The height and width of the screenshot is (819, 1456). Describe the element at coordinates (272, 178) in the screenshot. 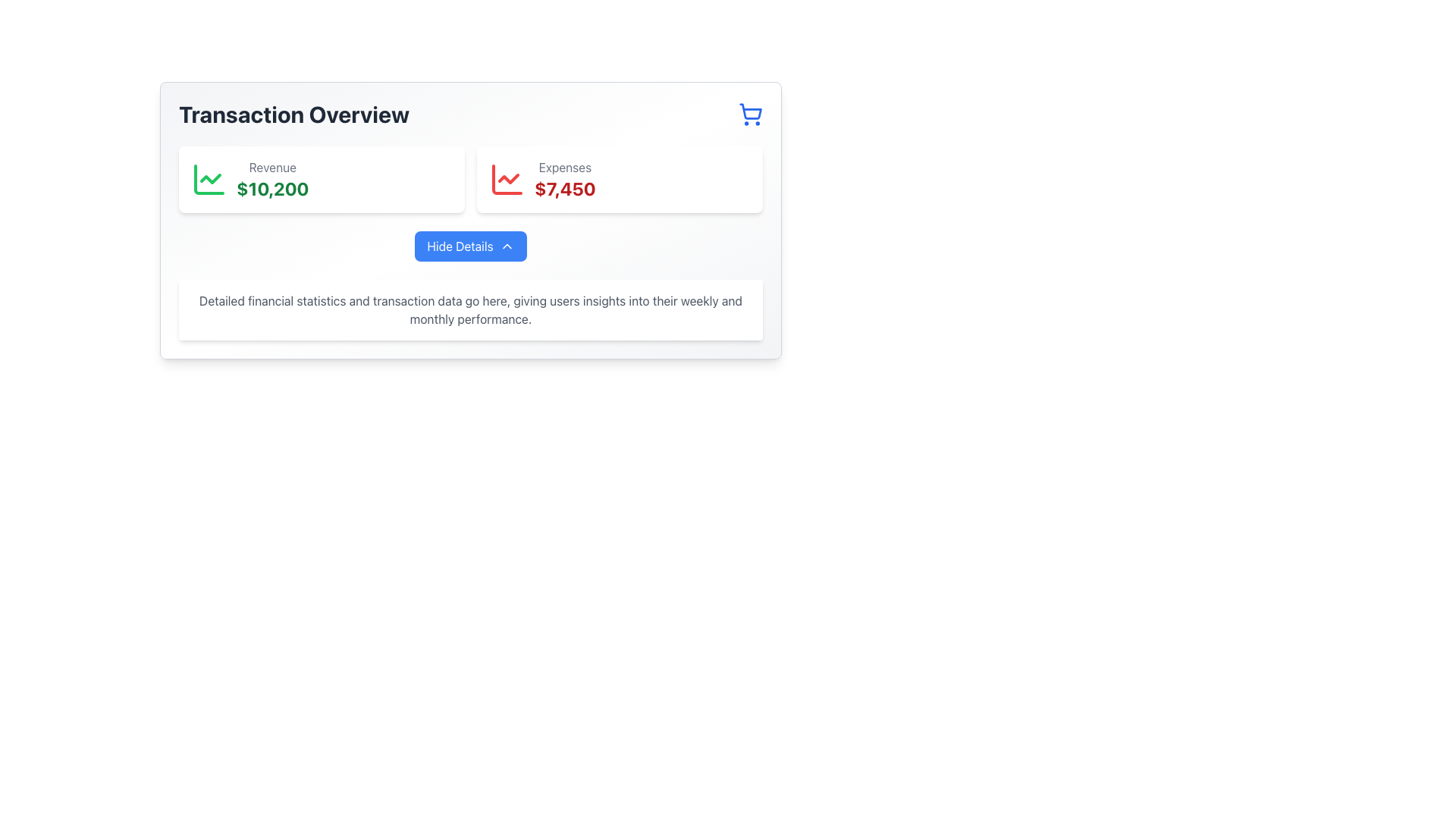

I see `the static text display showing 'Revenue' and the value '$10,200', located in the upper-left corner of the financial overview display` at that location.